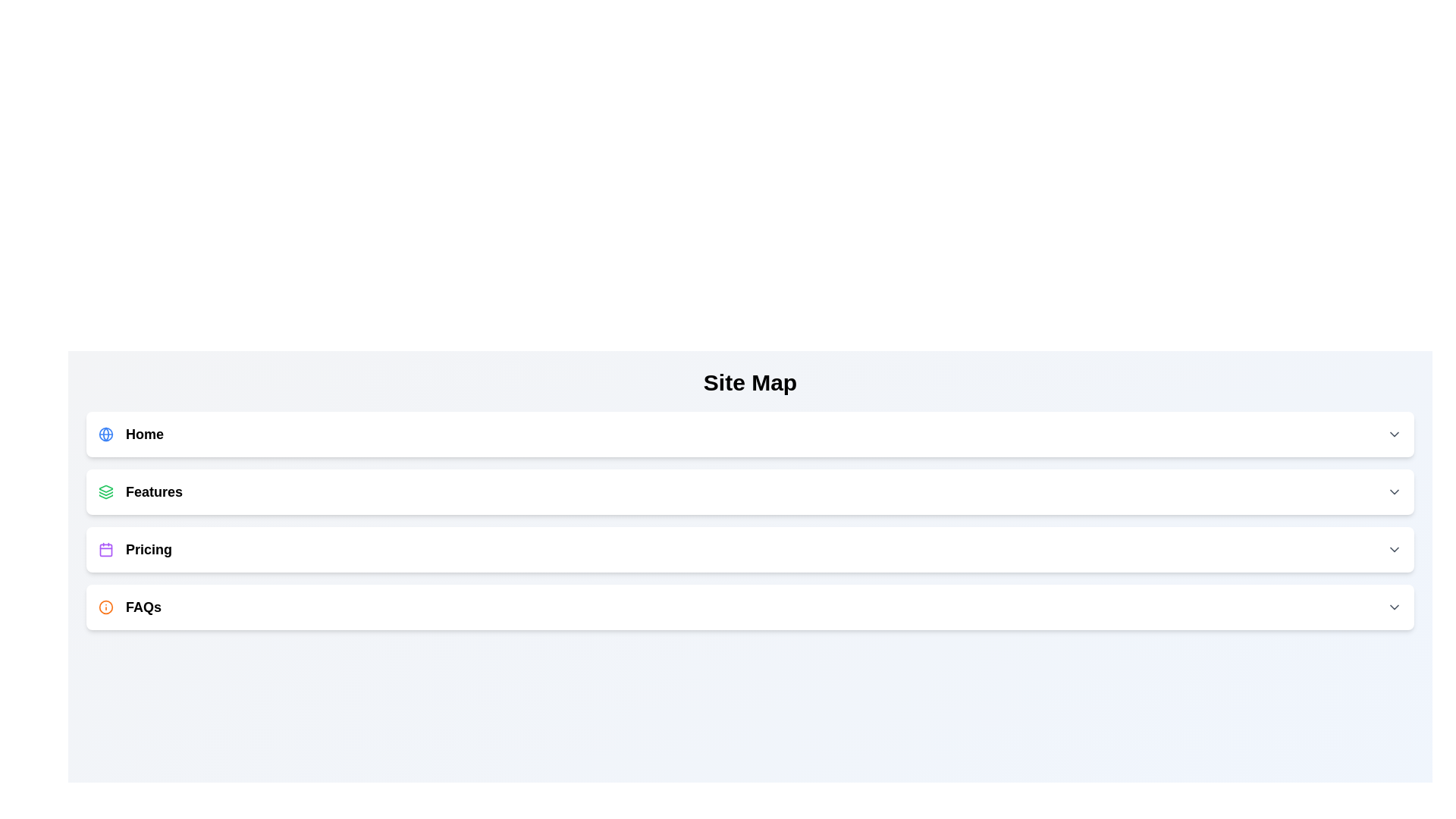 Image resolution: width=1456 pixels, height=819 pixels. I want to click on the prominent orange circular icon resembling an information sign located to the left of the text 'FAQs' in the fourth row of the menu items, so click(105, 607).